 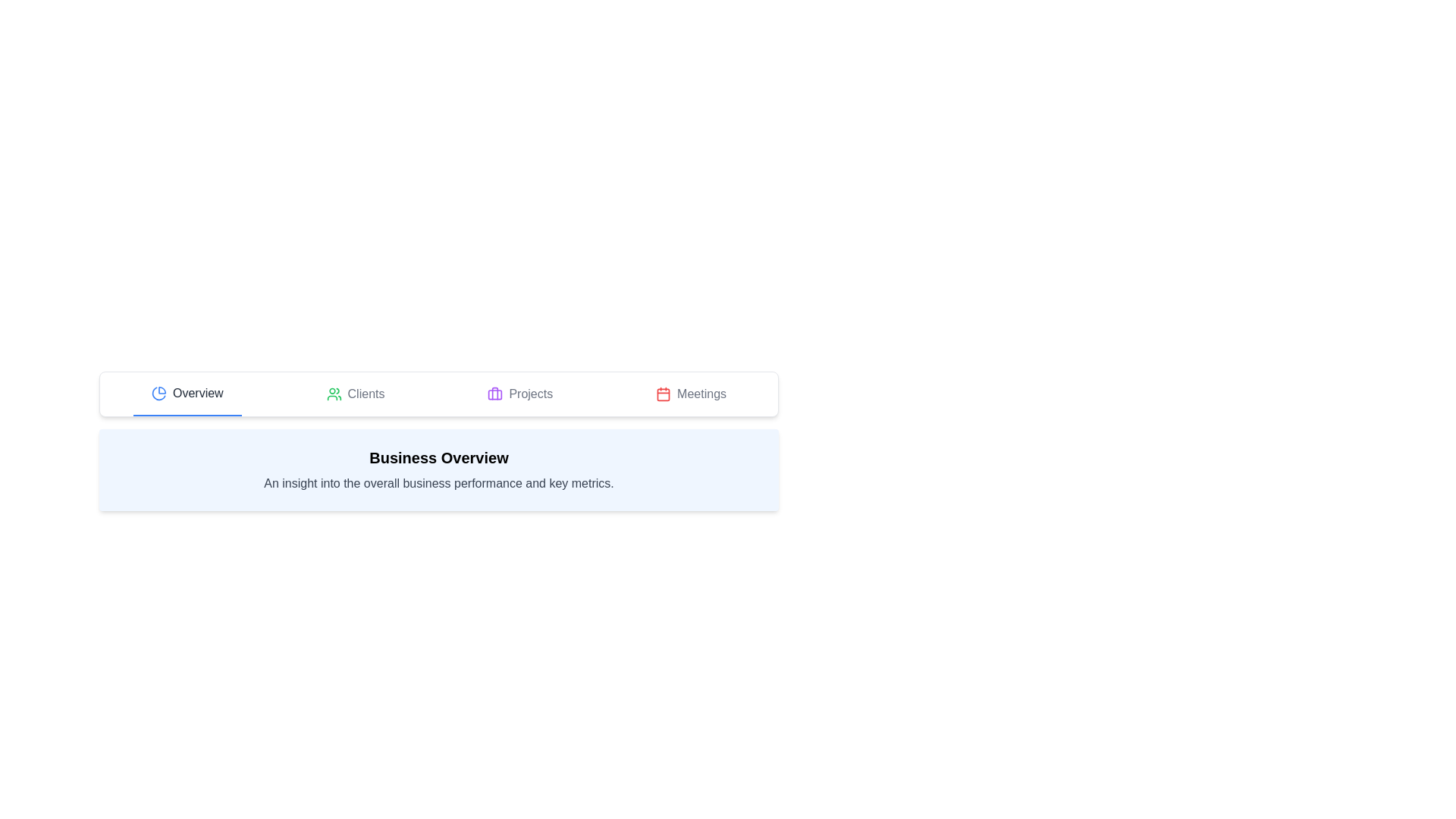 I want to click on the 'Meetings' navigation item located in the horizontal navigation bar, which is the fourth item from the left, to trigger potential visual feedback, so click(x=690, y=394).